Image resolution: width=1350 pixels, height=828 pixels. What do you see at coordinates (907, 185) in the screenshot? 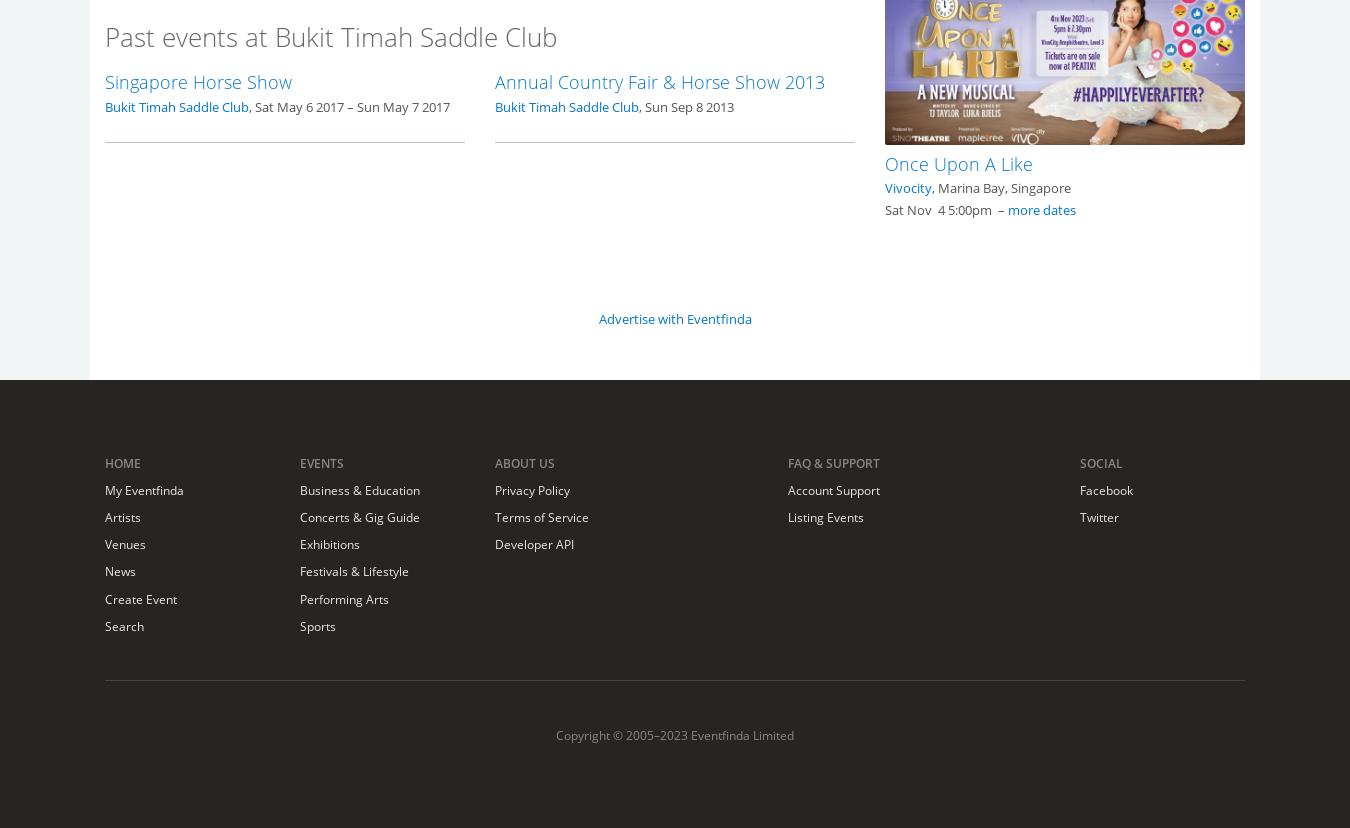
I see `'Vivocity'` at bounding box center [907, 185].